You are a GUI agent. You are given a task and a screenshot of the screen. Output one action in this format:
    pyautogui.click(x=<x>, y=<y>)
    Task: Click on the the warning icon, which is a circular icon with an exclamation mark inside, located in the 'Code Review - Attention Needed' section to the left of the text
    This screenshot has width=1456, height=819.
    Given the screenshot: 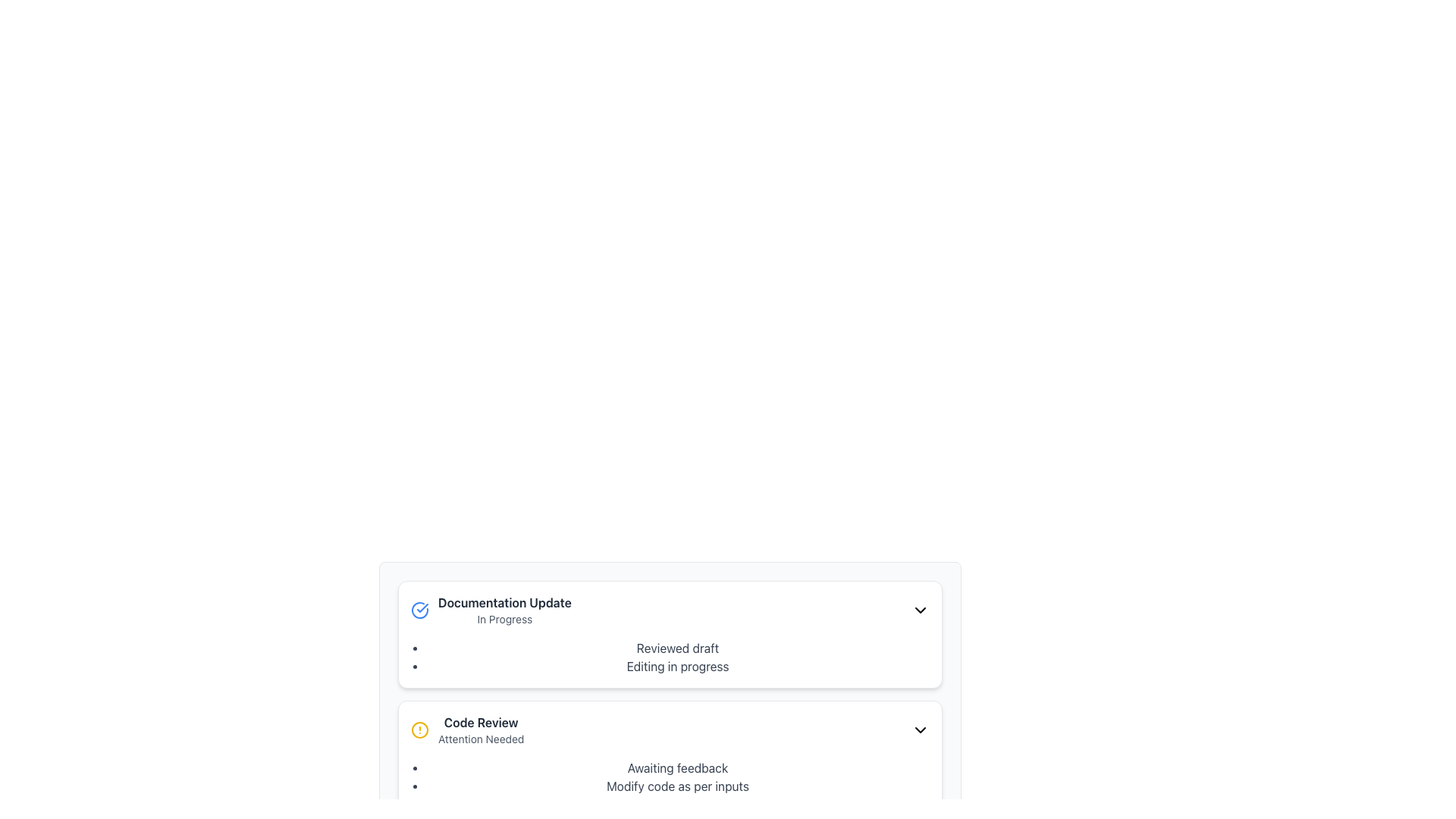 What is the action you would take?
    pyautogui.click(x=419, y=730)
    